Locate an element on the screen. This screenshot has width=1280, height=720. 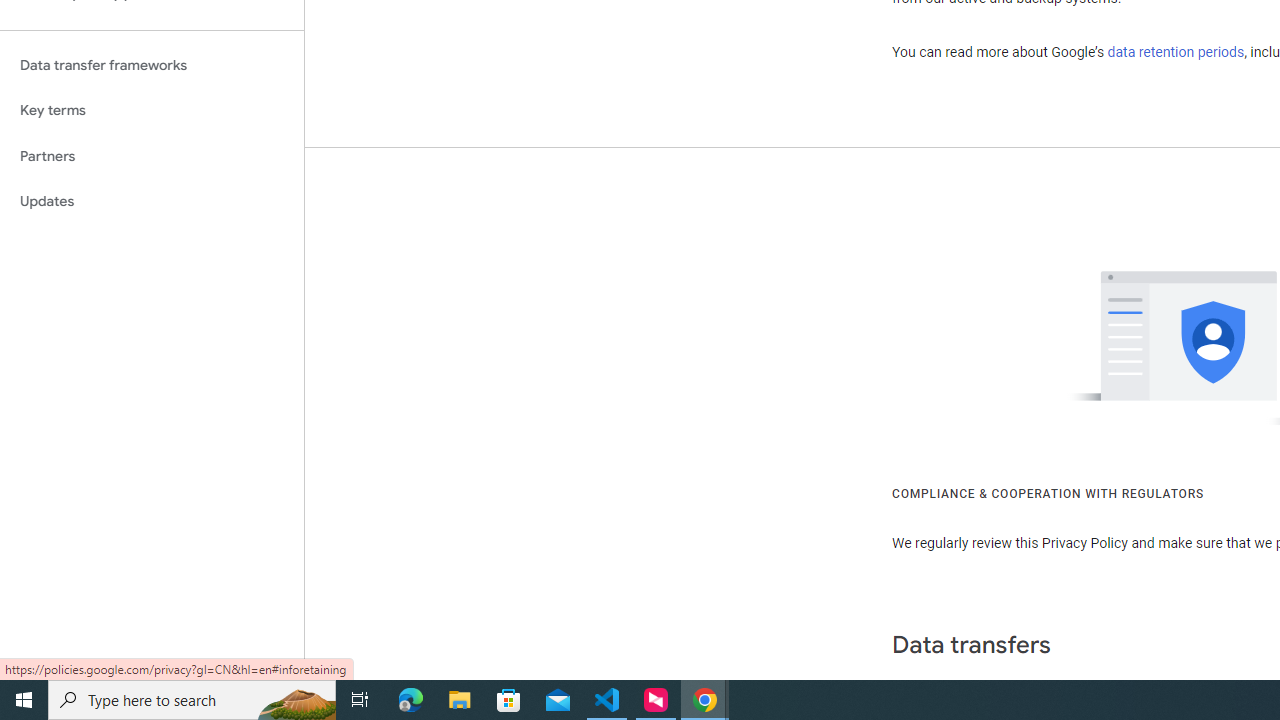
'Data transfer frameworks' is located at coordinates (151, 64).